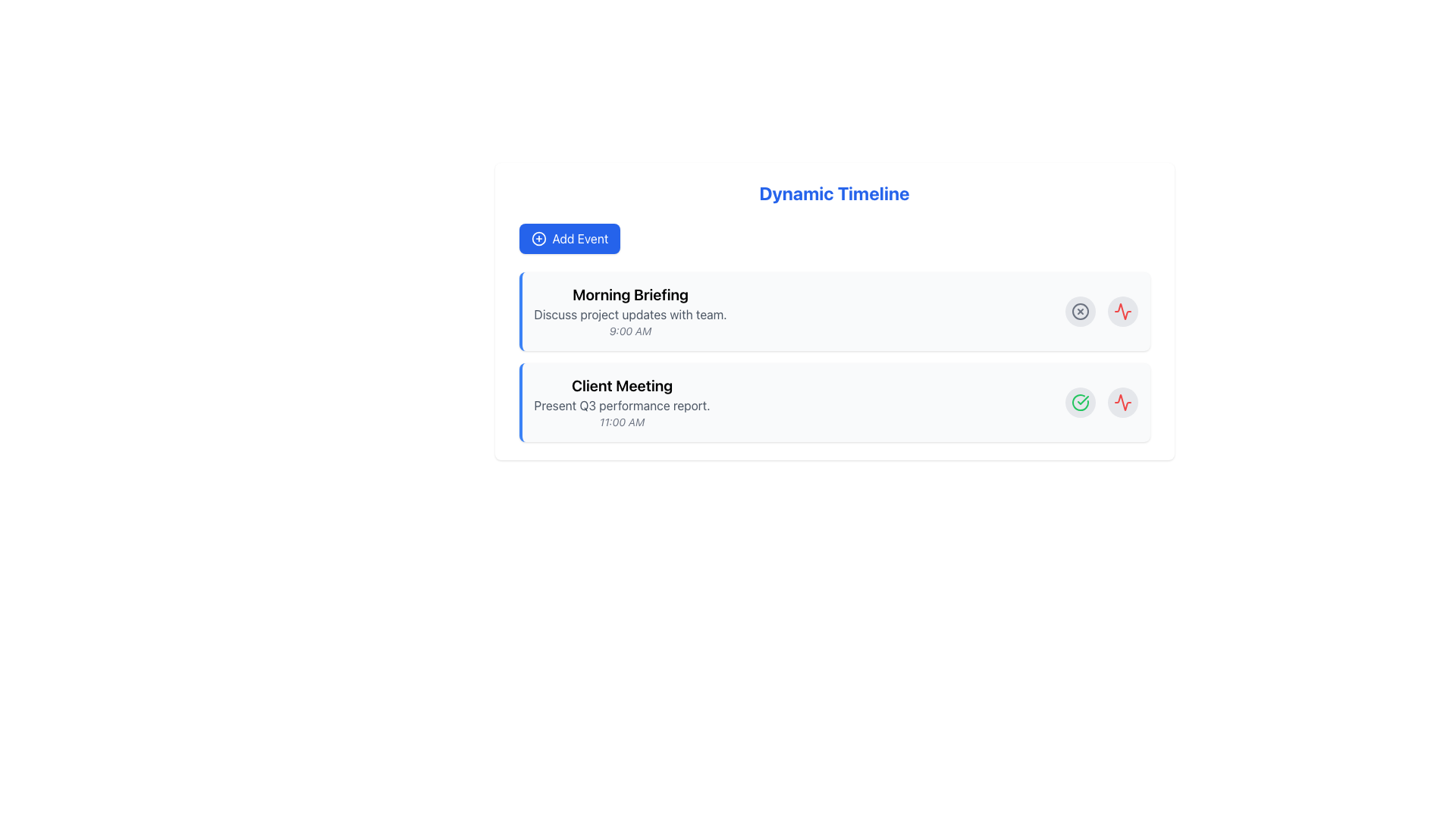  I want to click on the circular button with a gray background and a red activity icon resembling a waveform, located next to the green checkmark button in the second meeting entry of the timeline view, so click(1122, 311).